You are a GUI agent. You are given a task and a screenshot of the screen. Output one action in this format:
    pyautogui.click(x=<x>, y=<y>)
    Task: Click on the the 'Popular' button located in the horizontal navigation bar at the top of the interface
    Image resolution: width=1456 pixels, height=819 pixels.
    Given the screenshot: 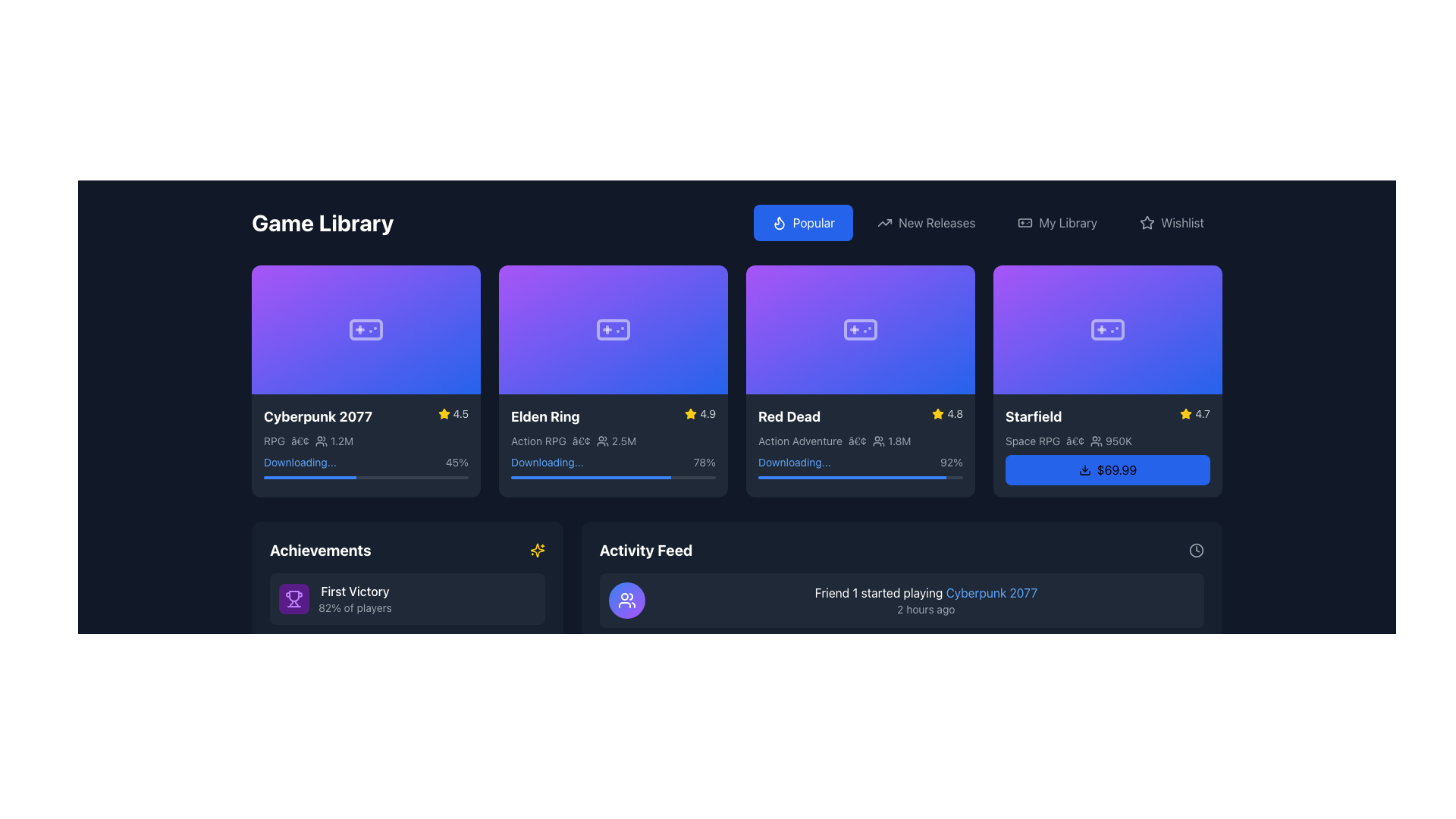 What is the action you would take?
    pyautogui.click(x=802, y=222)
    